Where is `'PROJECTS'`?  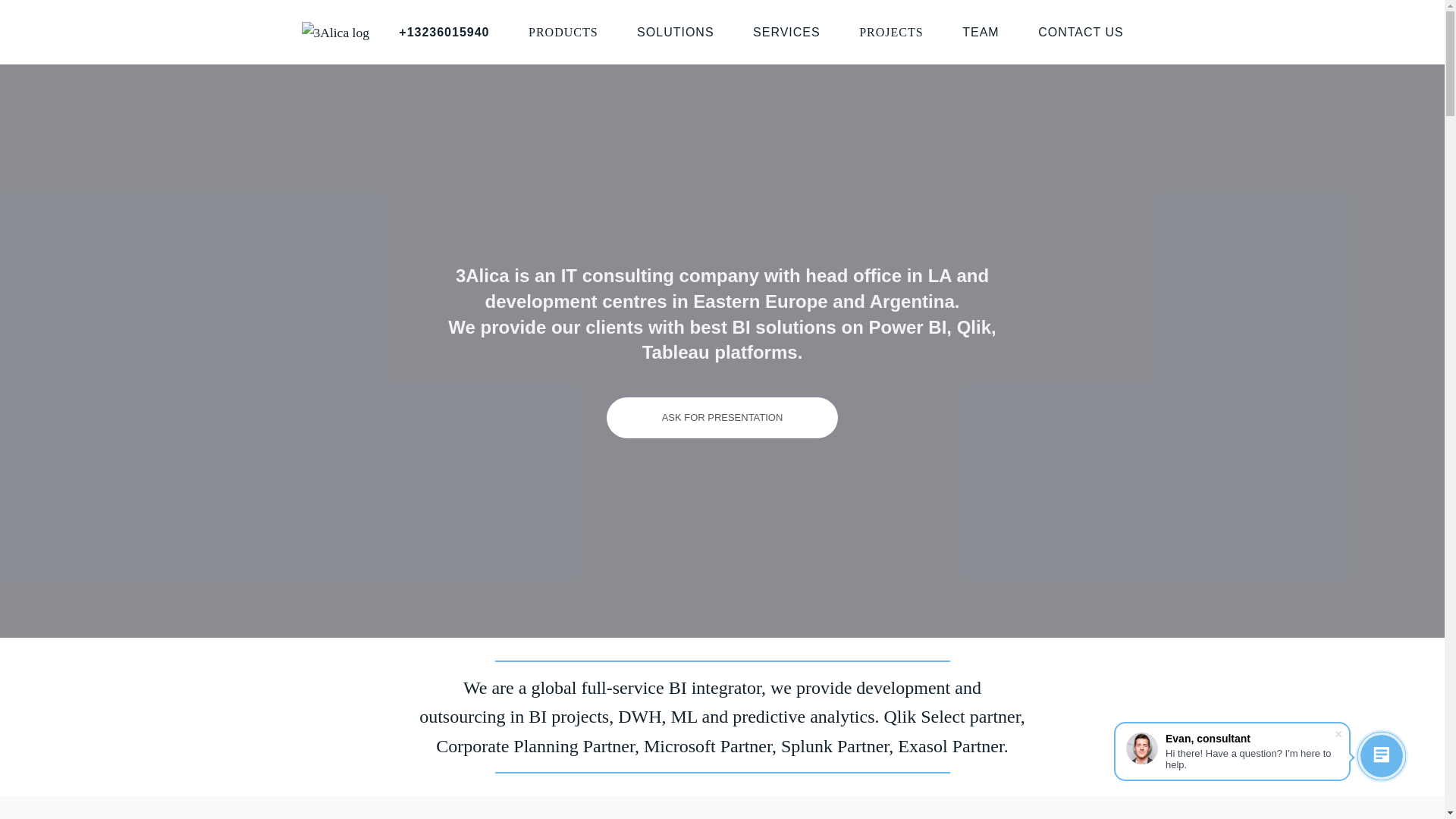
'PROJECTS' is located at coordinates (891, 32).